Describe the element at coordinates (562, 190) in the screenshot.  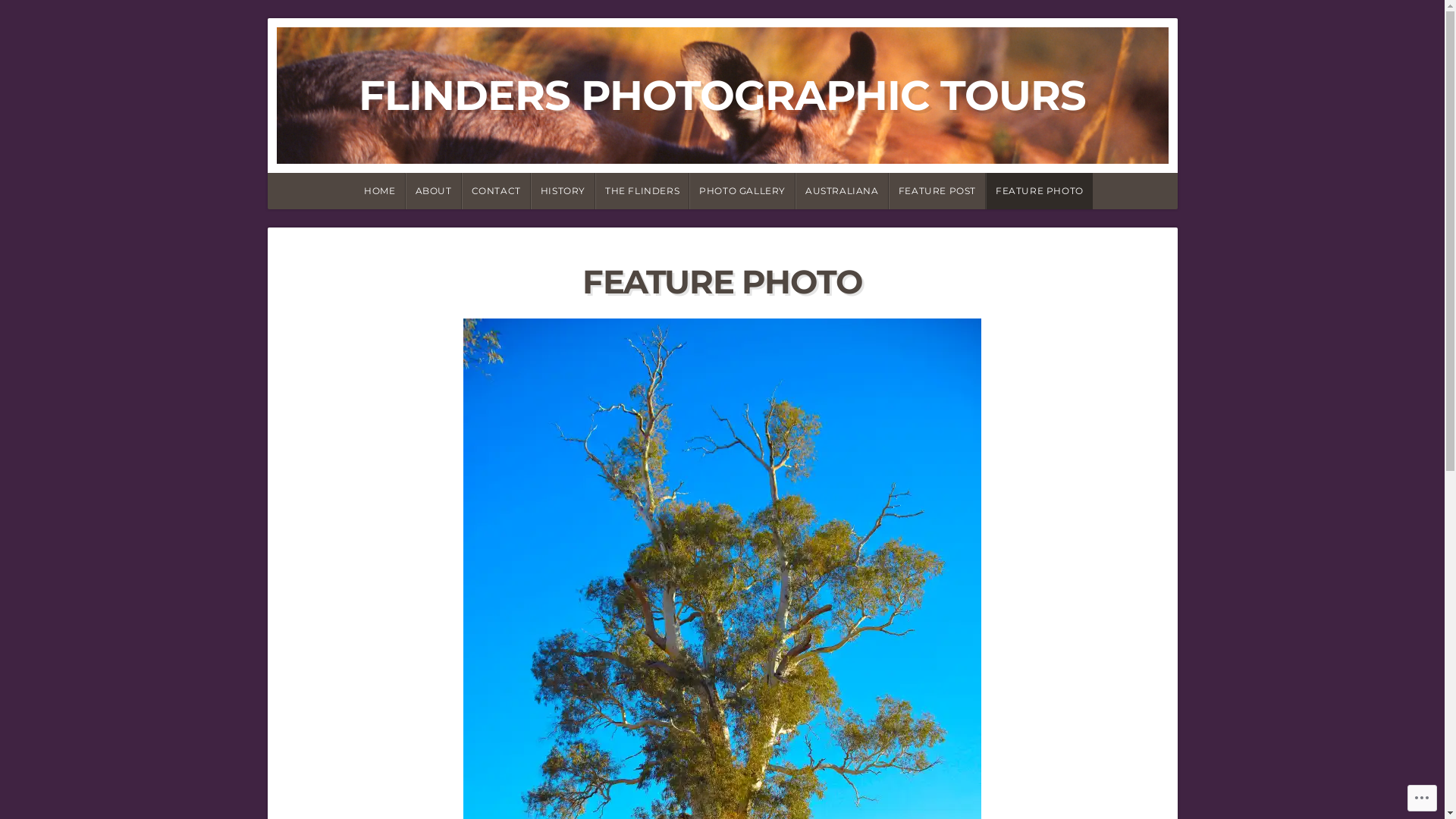
I see `'HISTORY'` at that location.